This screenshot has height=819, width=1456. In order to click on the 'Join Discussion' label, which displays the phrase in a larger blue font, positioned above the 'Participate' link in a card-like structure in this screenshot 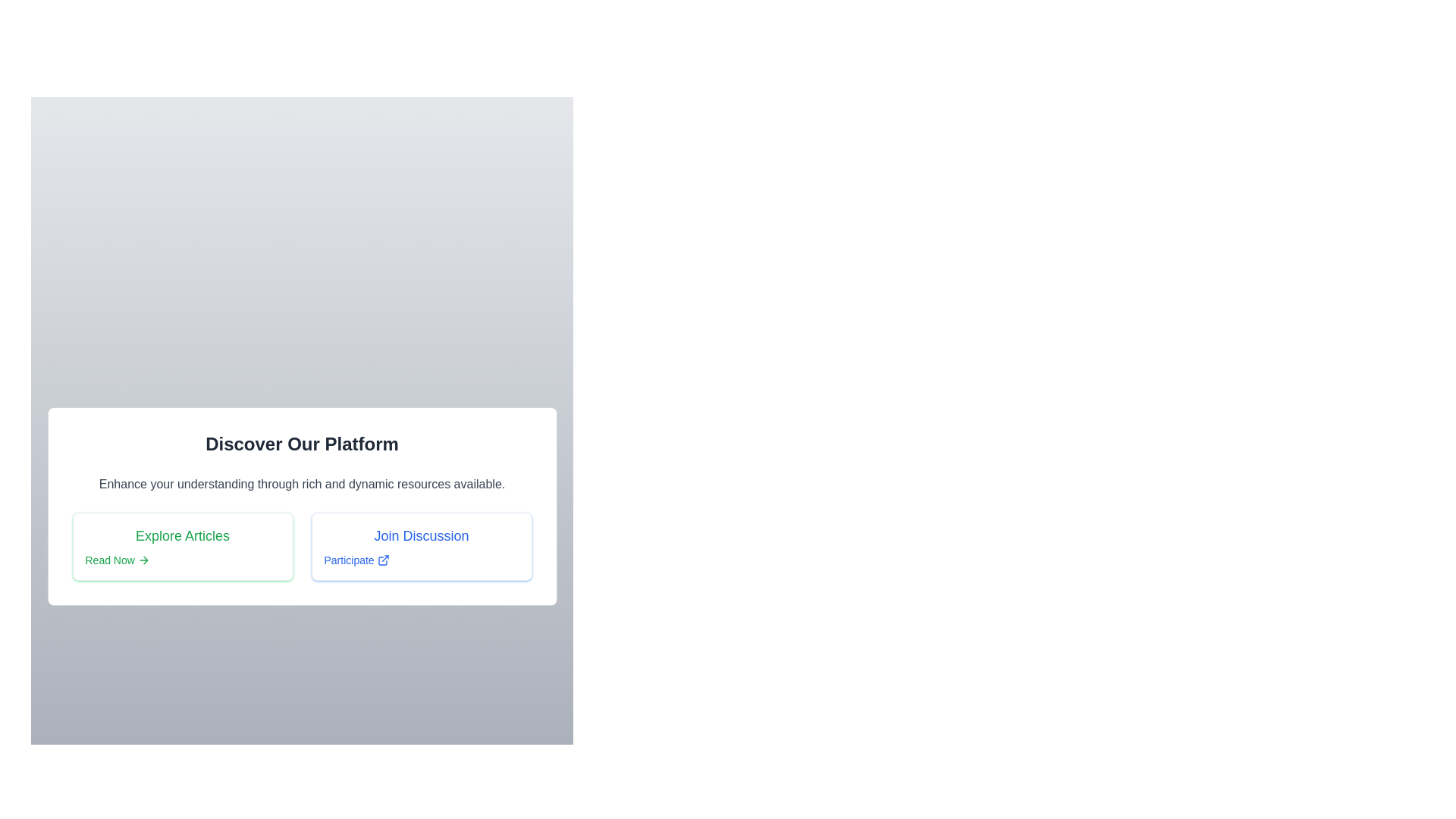, I will do `click(422, 535)`.